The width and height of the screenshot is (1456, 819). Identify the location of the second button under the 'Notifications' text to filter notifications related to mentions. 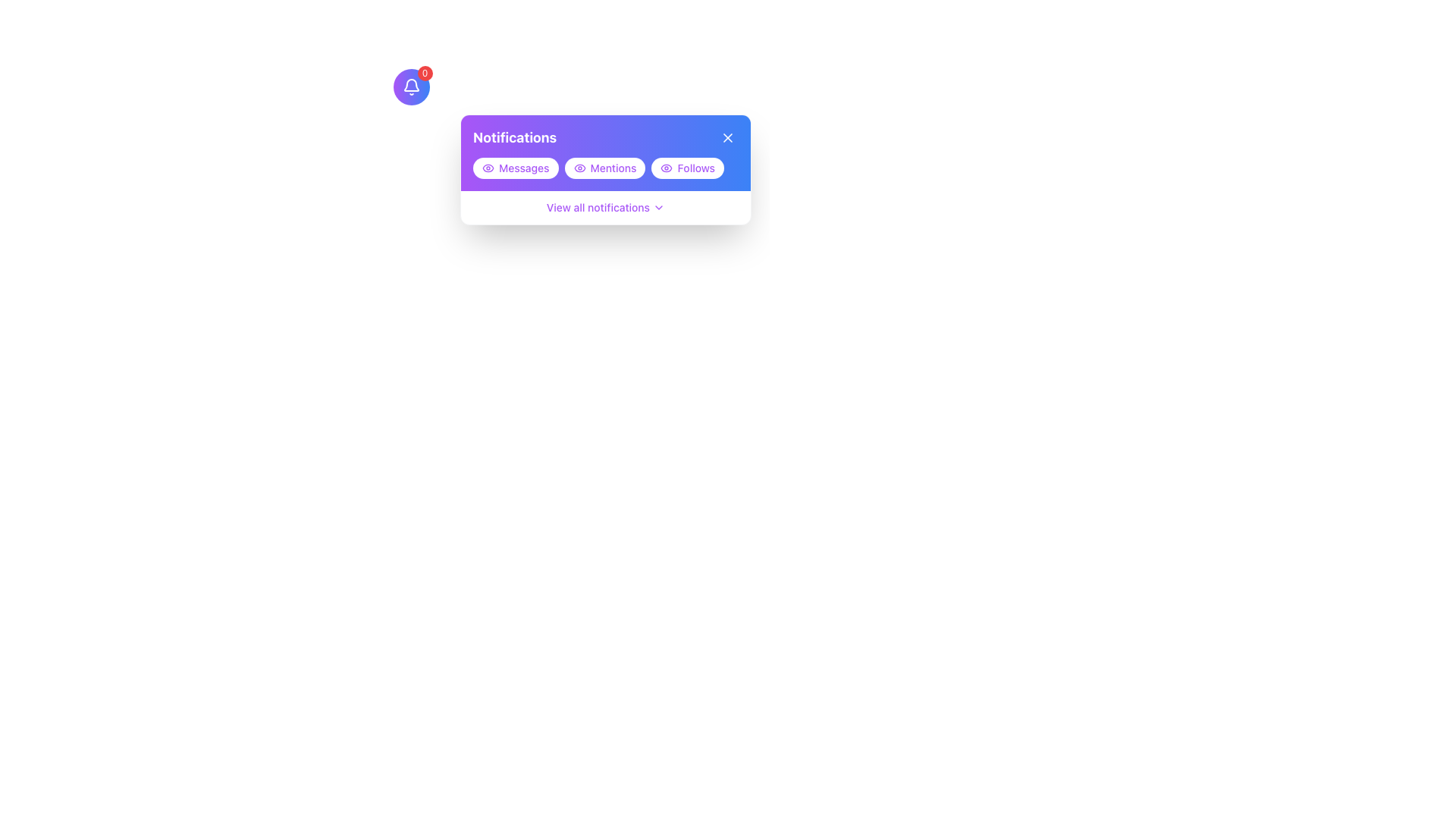
(604, 168).